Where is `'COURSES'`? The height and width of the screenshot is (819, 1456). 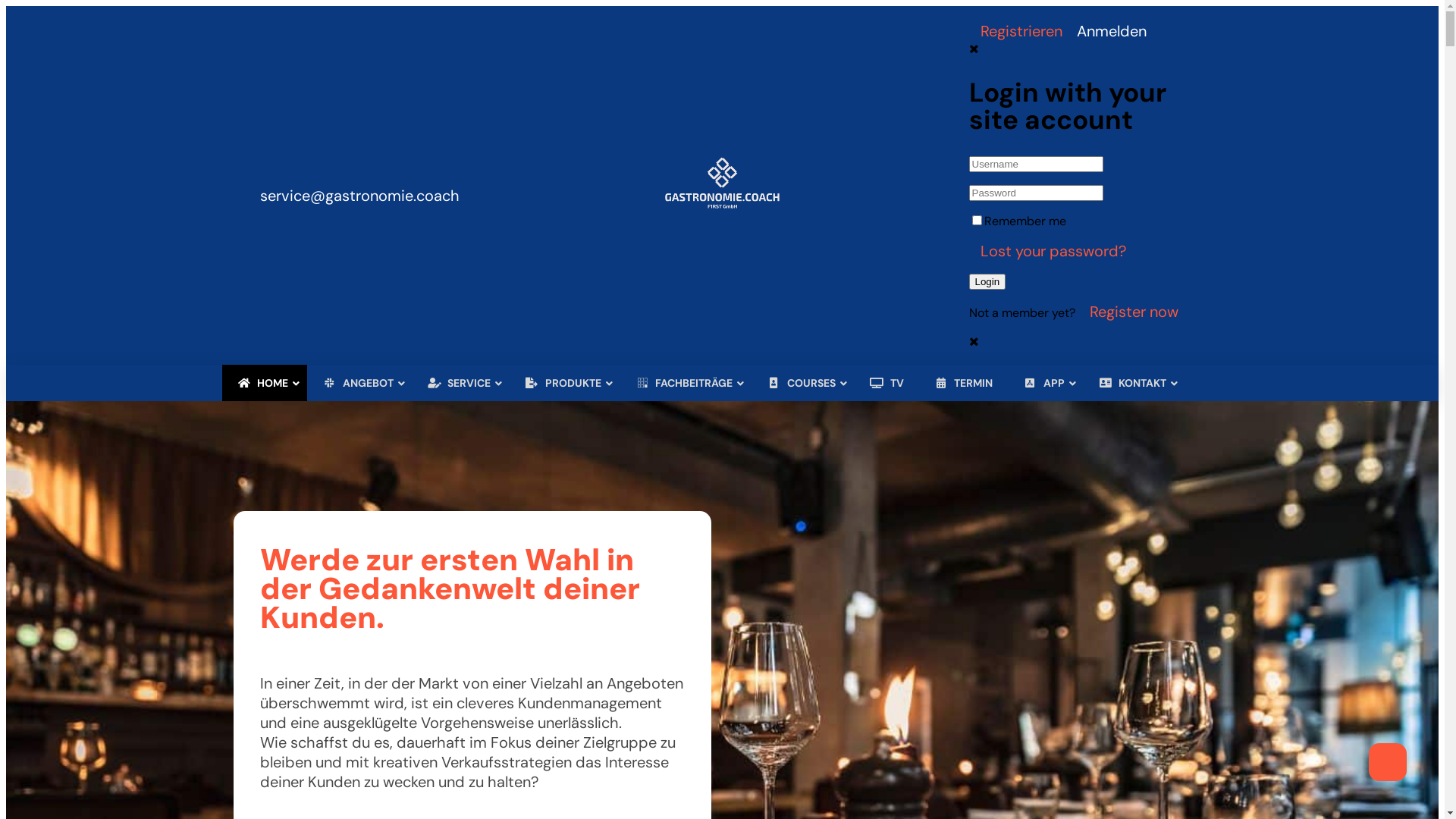 'COURSES' is located at coordinates (802, 382).